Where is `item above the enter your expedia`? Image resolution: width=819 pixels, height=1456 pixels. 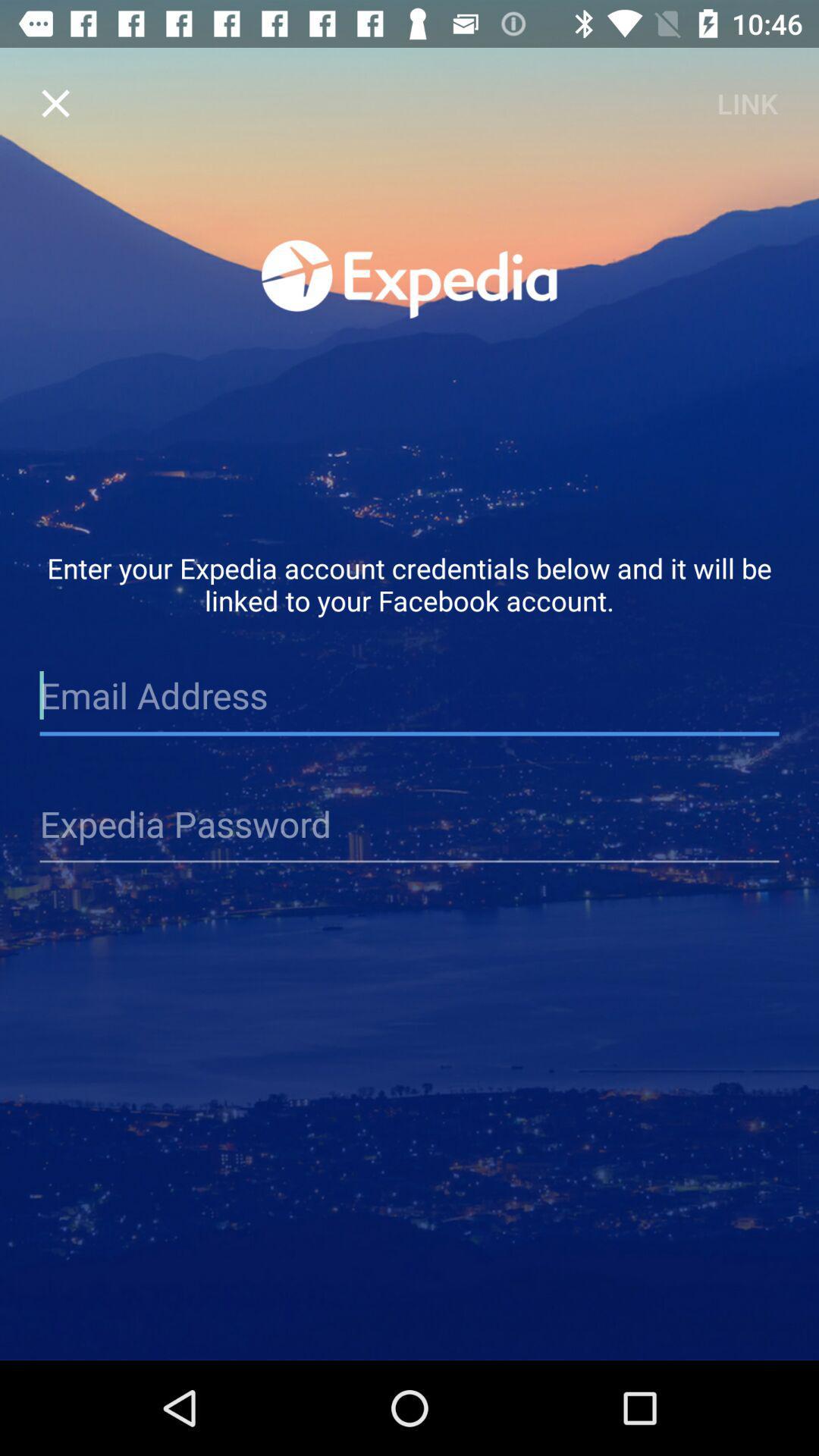
item above the enter your expedia is located at coordinates (55, 102).